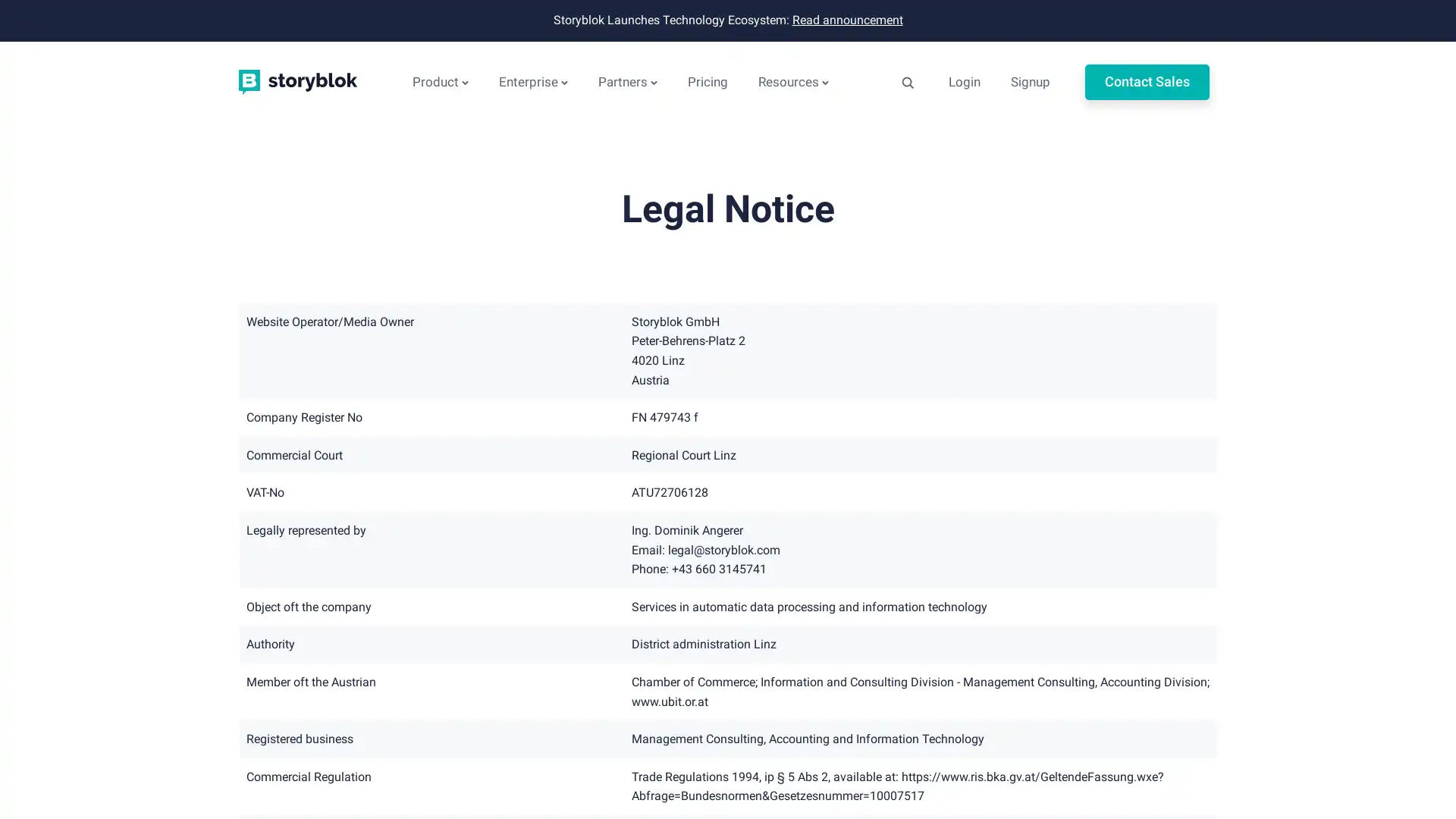 The image size is (1456, 819). What do you see at coordinates (533, 82) in the screenshot?
I see `Enterprise` at bounding box center [533, 82].